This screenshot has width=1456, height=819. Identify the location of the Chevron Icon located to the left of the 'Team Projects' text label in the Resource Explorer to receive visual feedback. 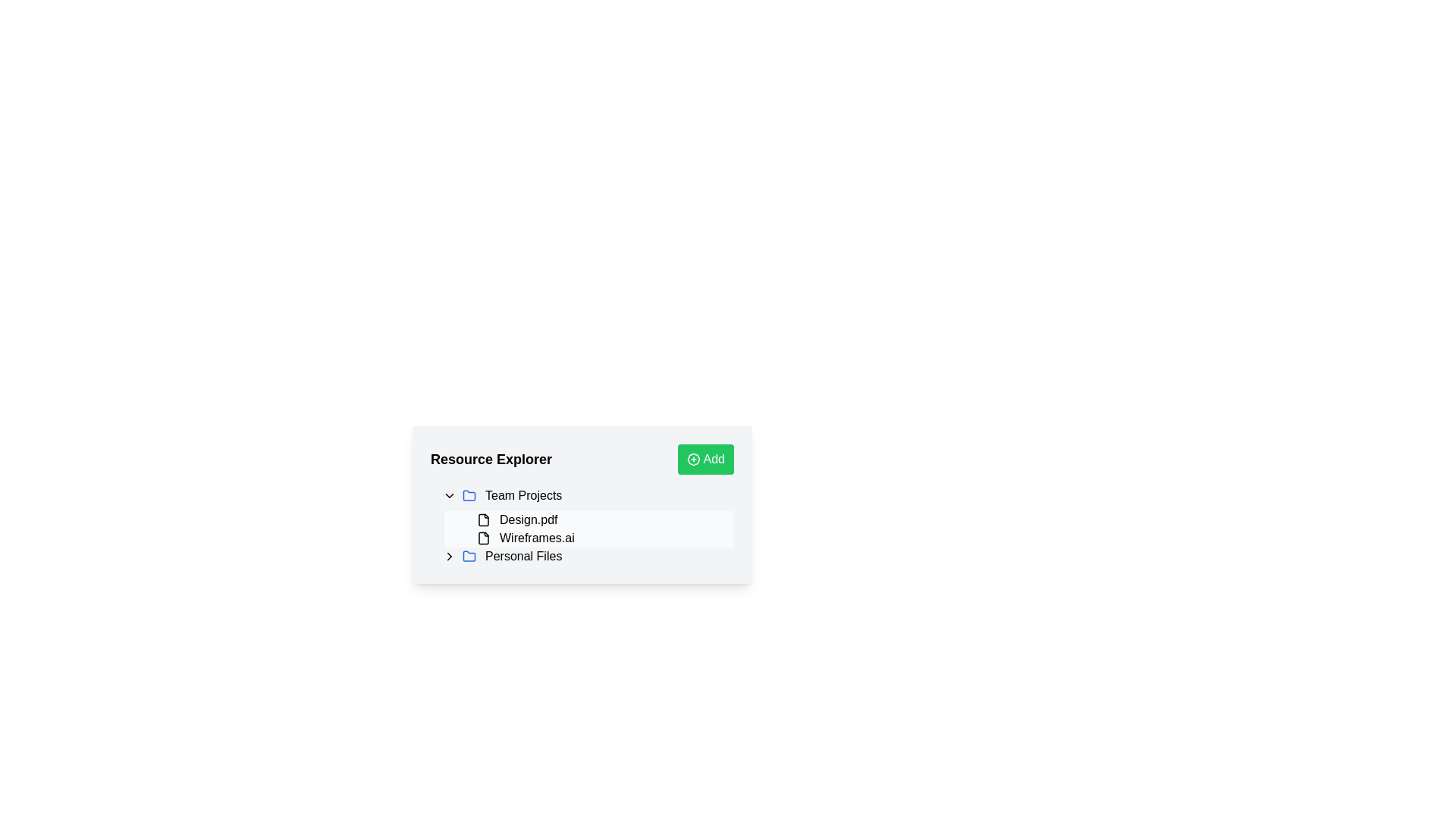
(449, 496).